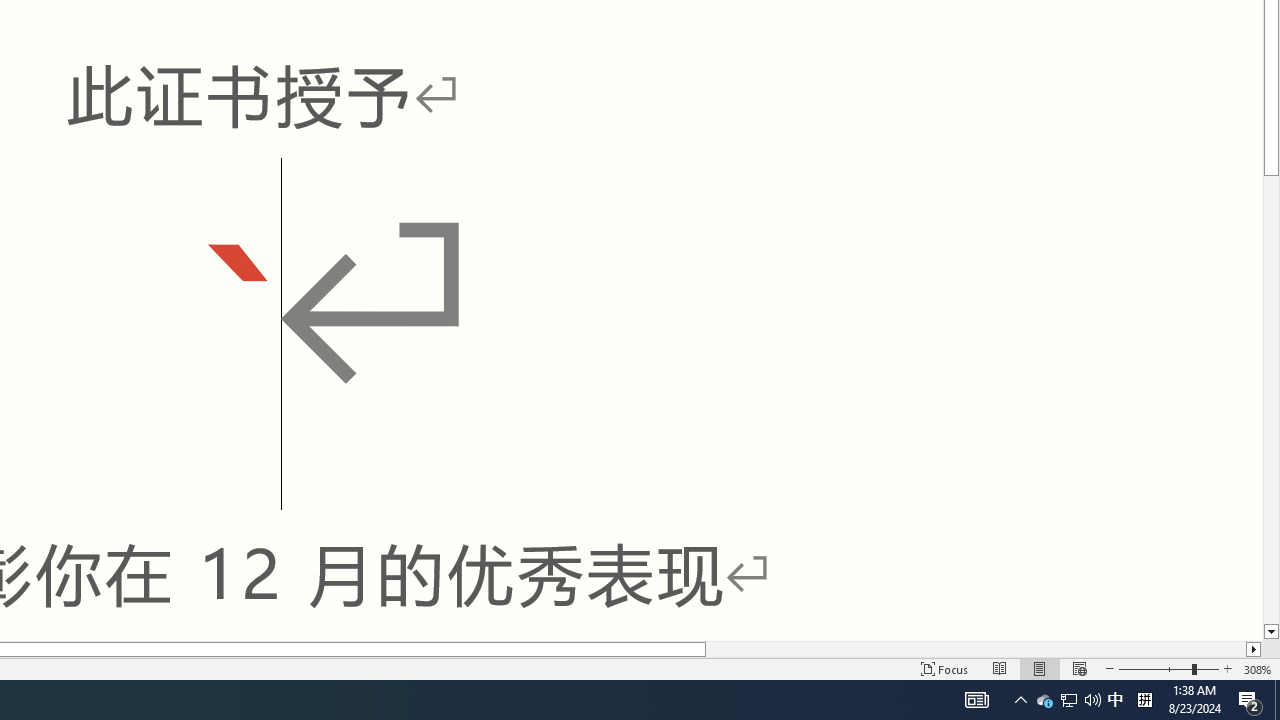 The height and width of the screenshot is (720, 1280). I want to click on 'Read Mode', so click(1000, 669).